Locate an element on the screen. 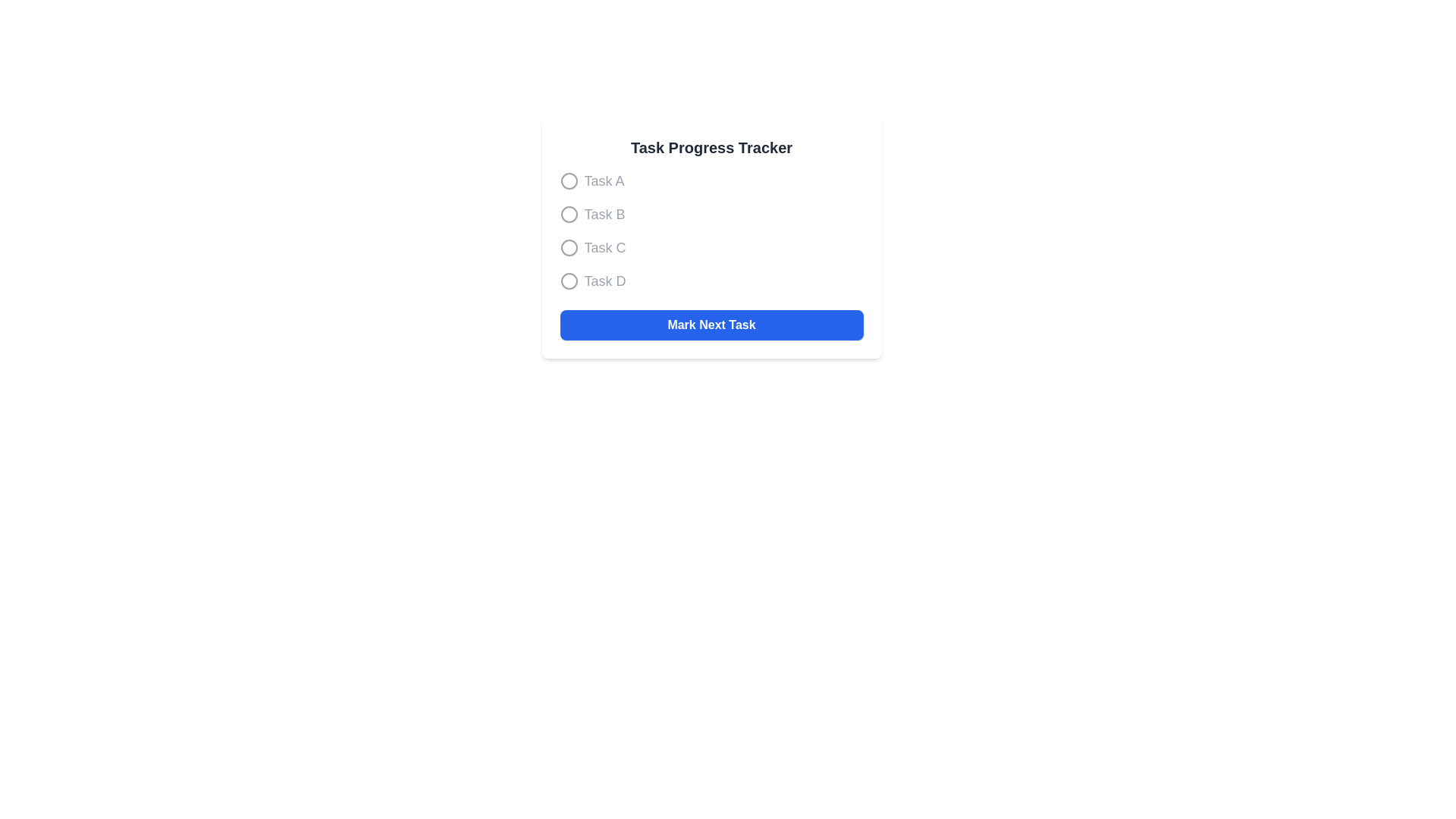 The image size is (1456, 819). the text label displaying 'Task Progress Tracker', which is a line of bold text styled in dark gray color at the top of a white card is located at coordinates (711, 148).